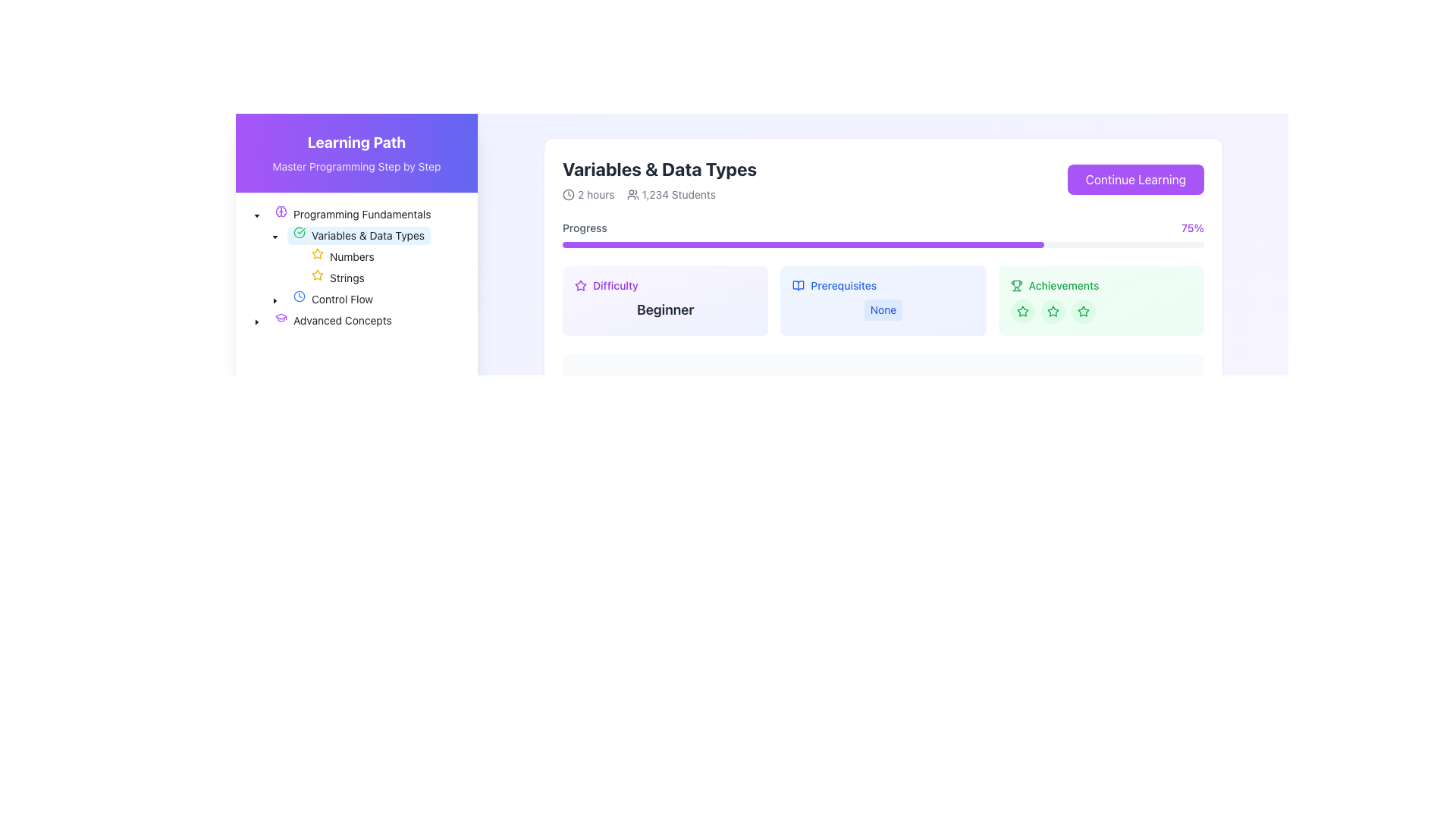 The height and width of the screenshot is (819, 1456). What do you see at coordinates (265, 256) in the screenshot?
I see `the indentation marker located to the left of the 'Numbers' node in the tree structure, indicating its hierarchical level` at bounding box center [265, 256].